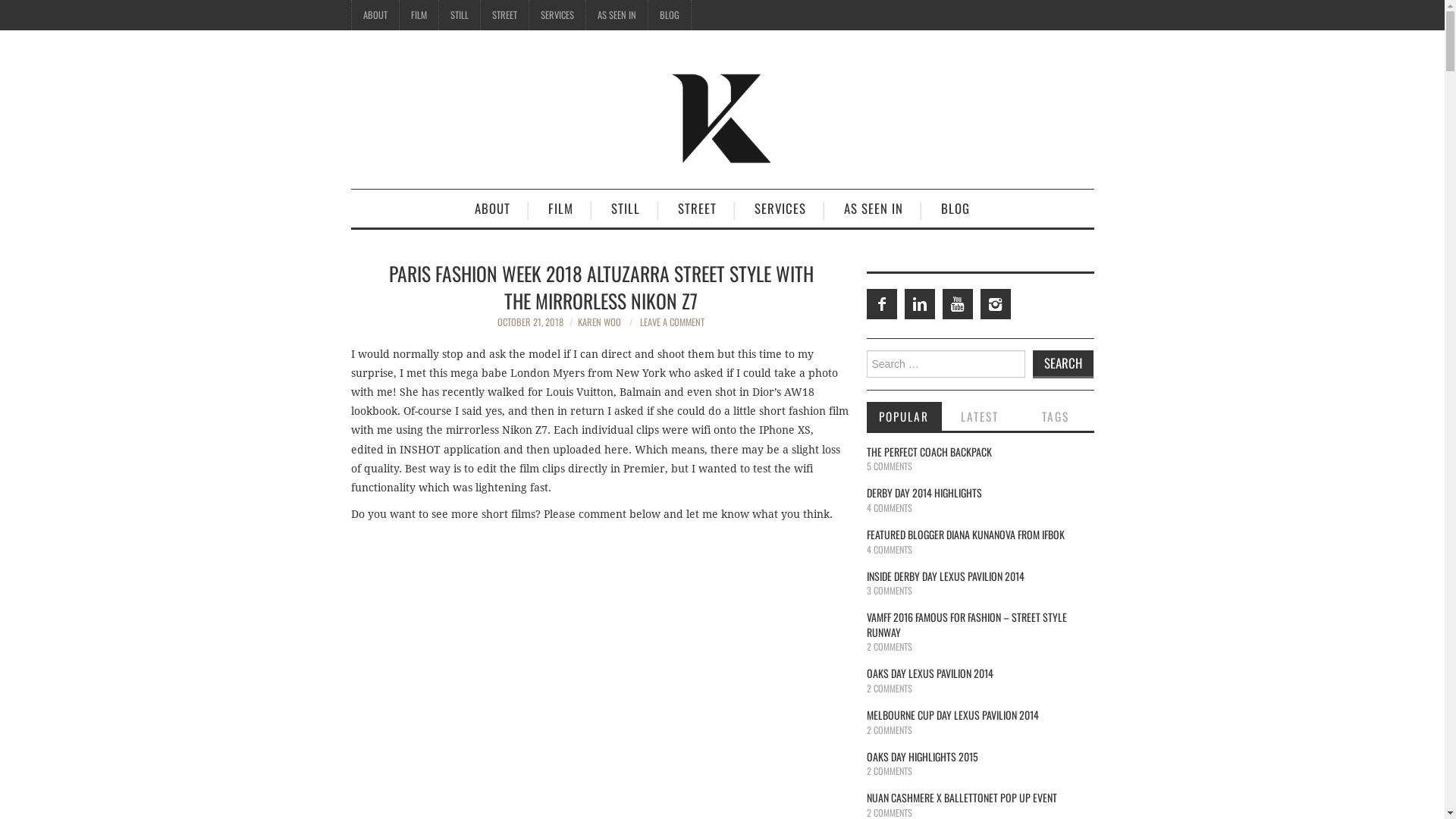 The height and width of the screenshot is (819, 1456). I want to click on 'Instagram', so click(994, 304).